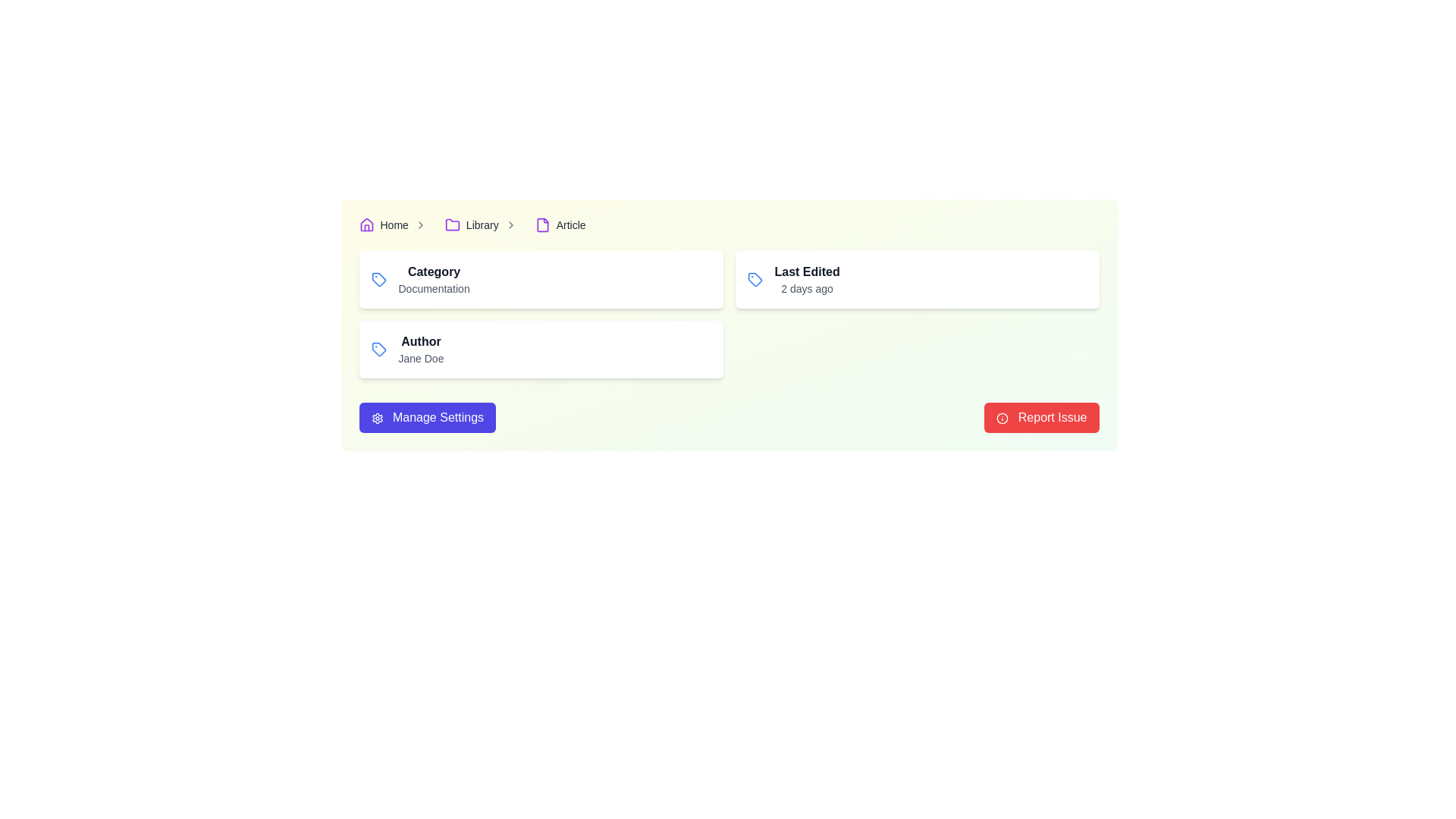 This screenshot has height=819, width=1456. What do you see at coordinates (916, 280) in the screenshot?
I see `the static informational block in the top-right corner of the section that displays metadata about the last modification of a resource, specifically the second item in a two-column grid layout` at bounding box center [916, 280].